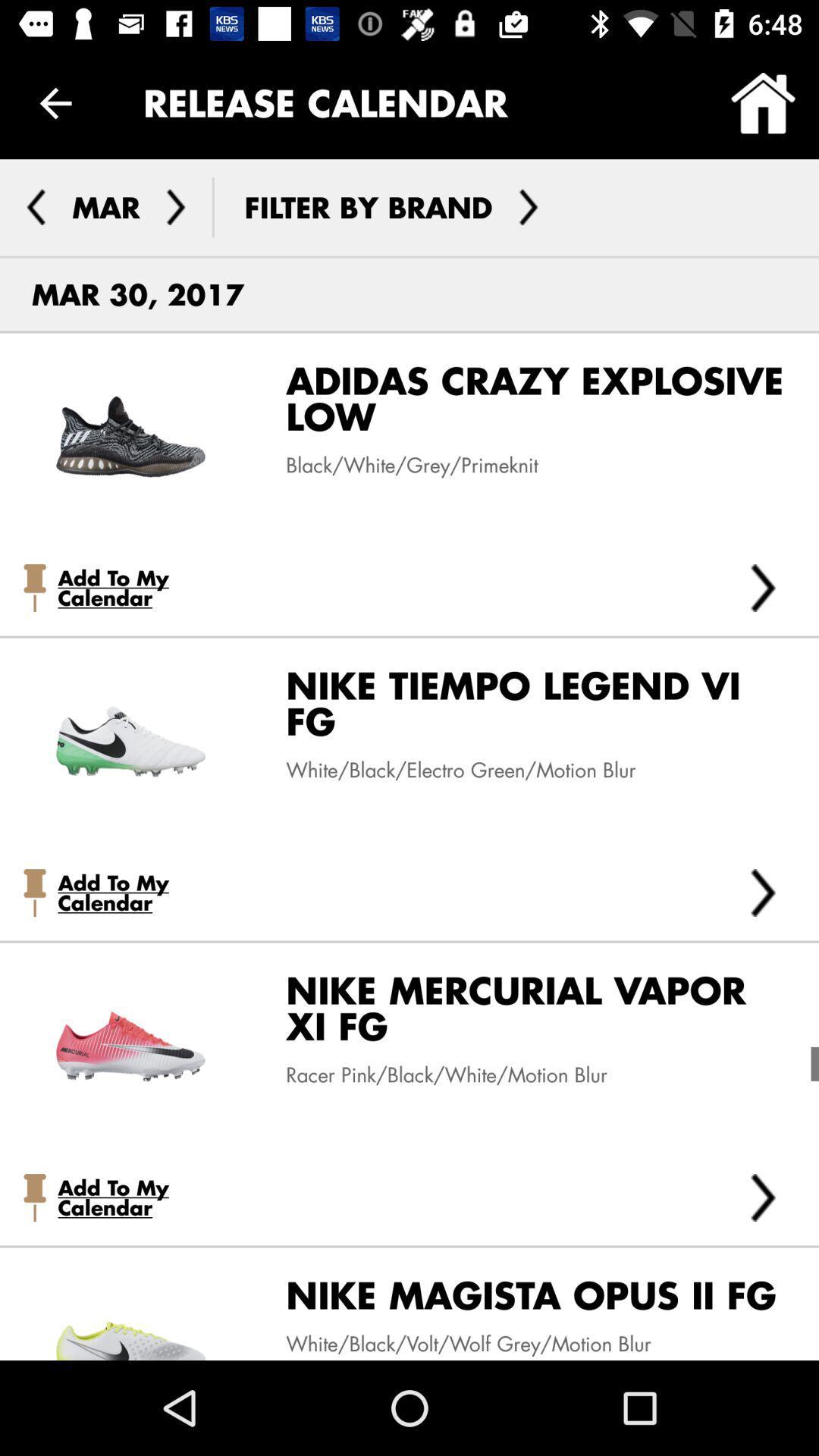  Describe the element at coordinates (175, 206) in the screenshot. I see `date option` at that location.